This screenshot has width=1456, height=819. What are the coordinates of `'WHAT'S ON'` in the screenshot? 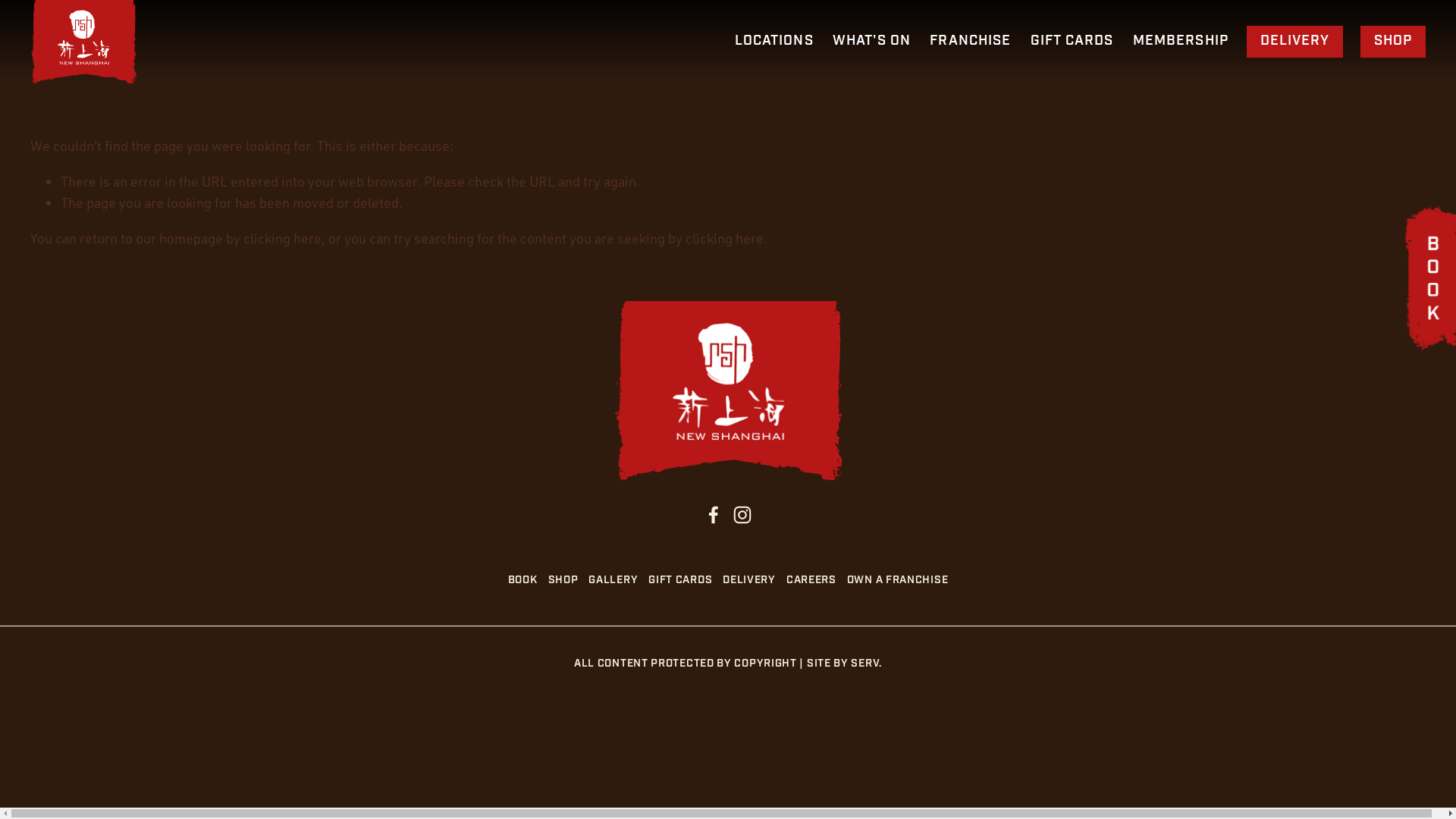 It's located at (871, 40).